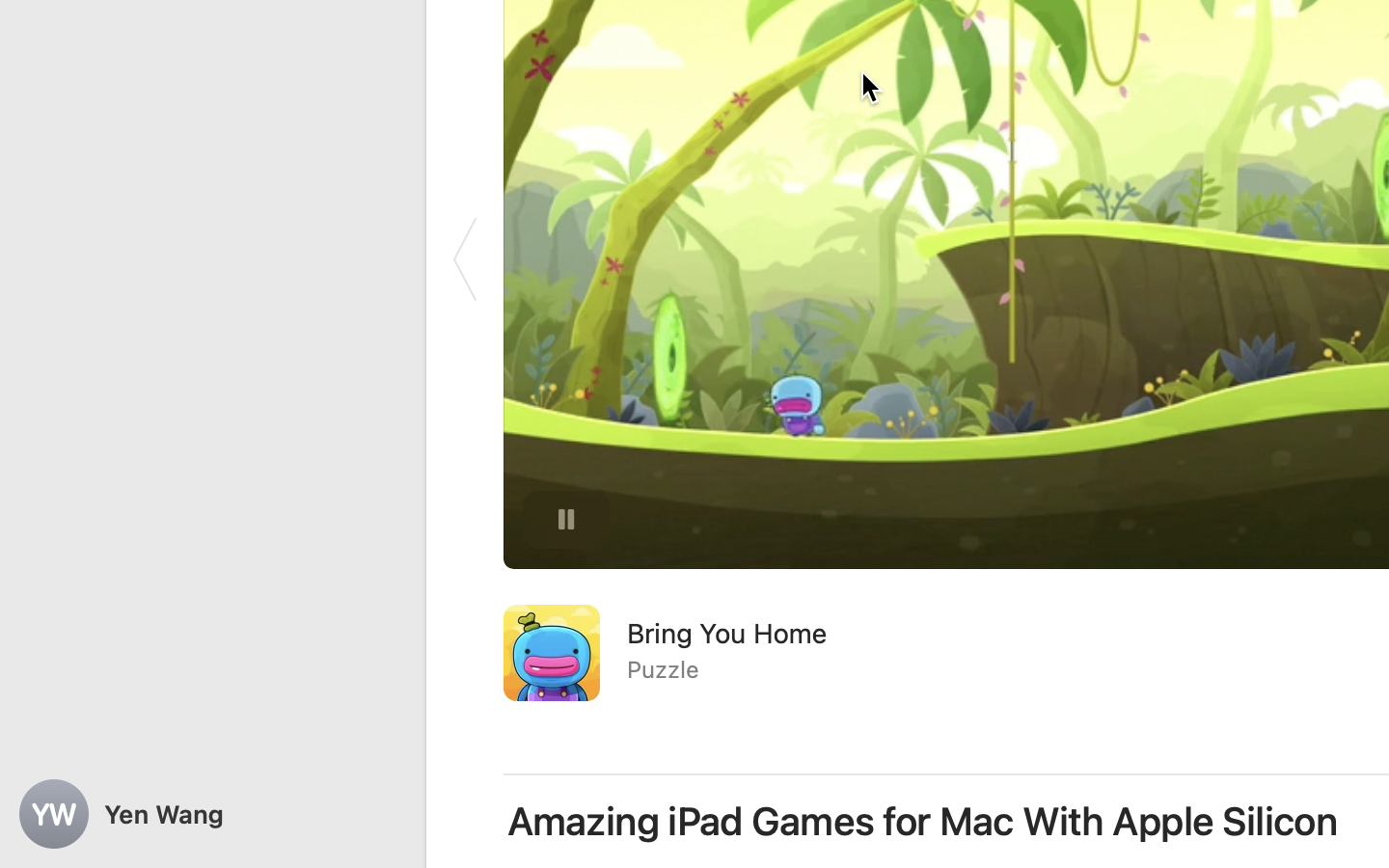 This screenshot has height=868, width=1389. I want to click on 'Yen Wang', so click(212, 814).